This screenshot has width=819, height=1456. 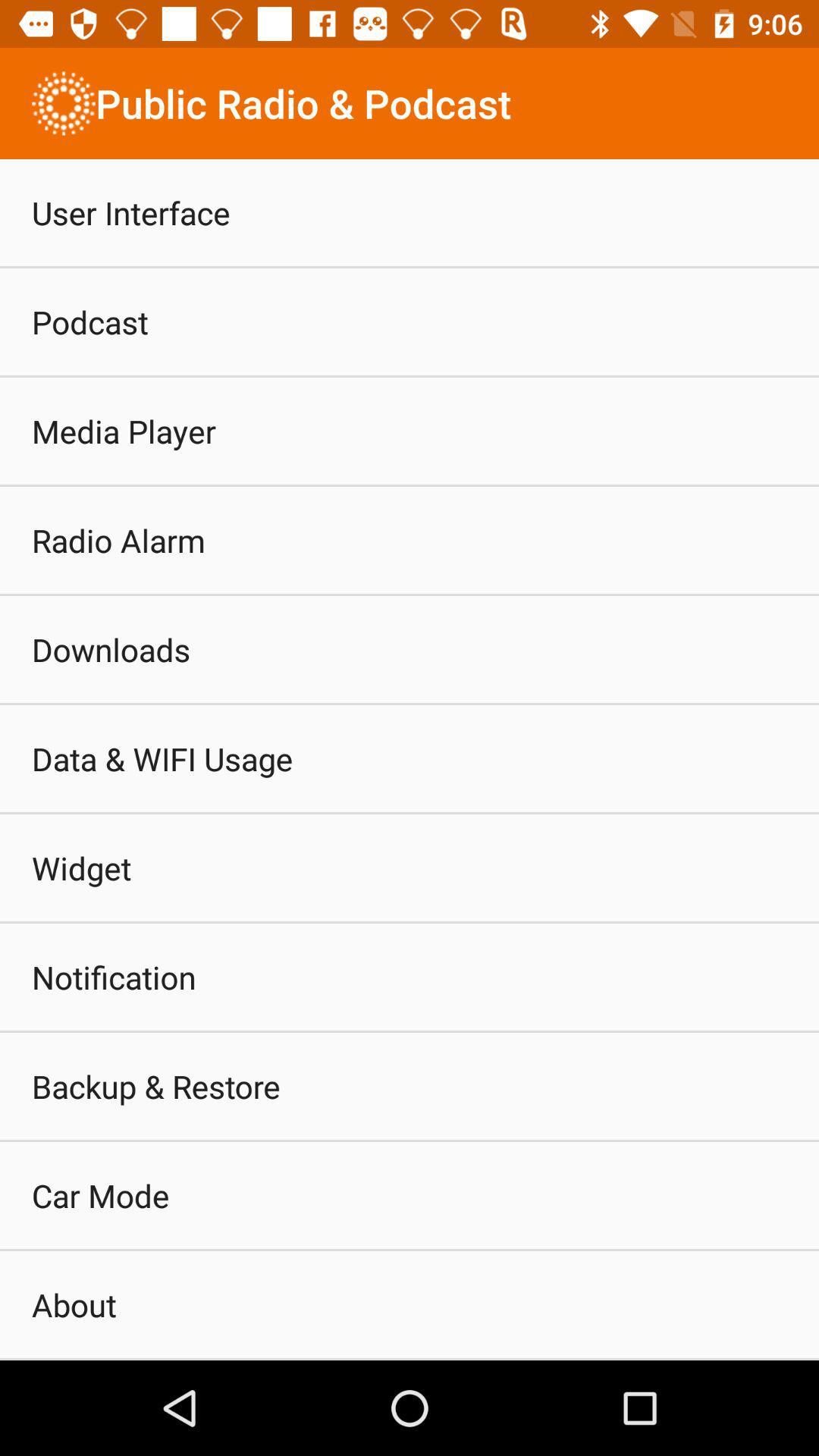 What do you see at coordinates (162, 758) in the screenshot?
I see `app above widget item` at bounding box center [162, 758].